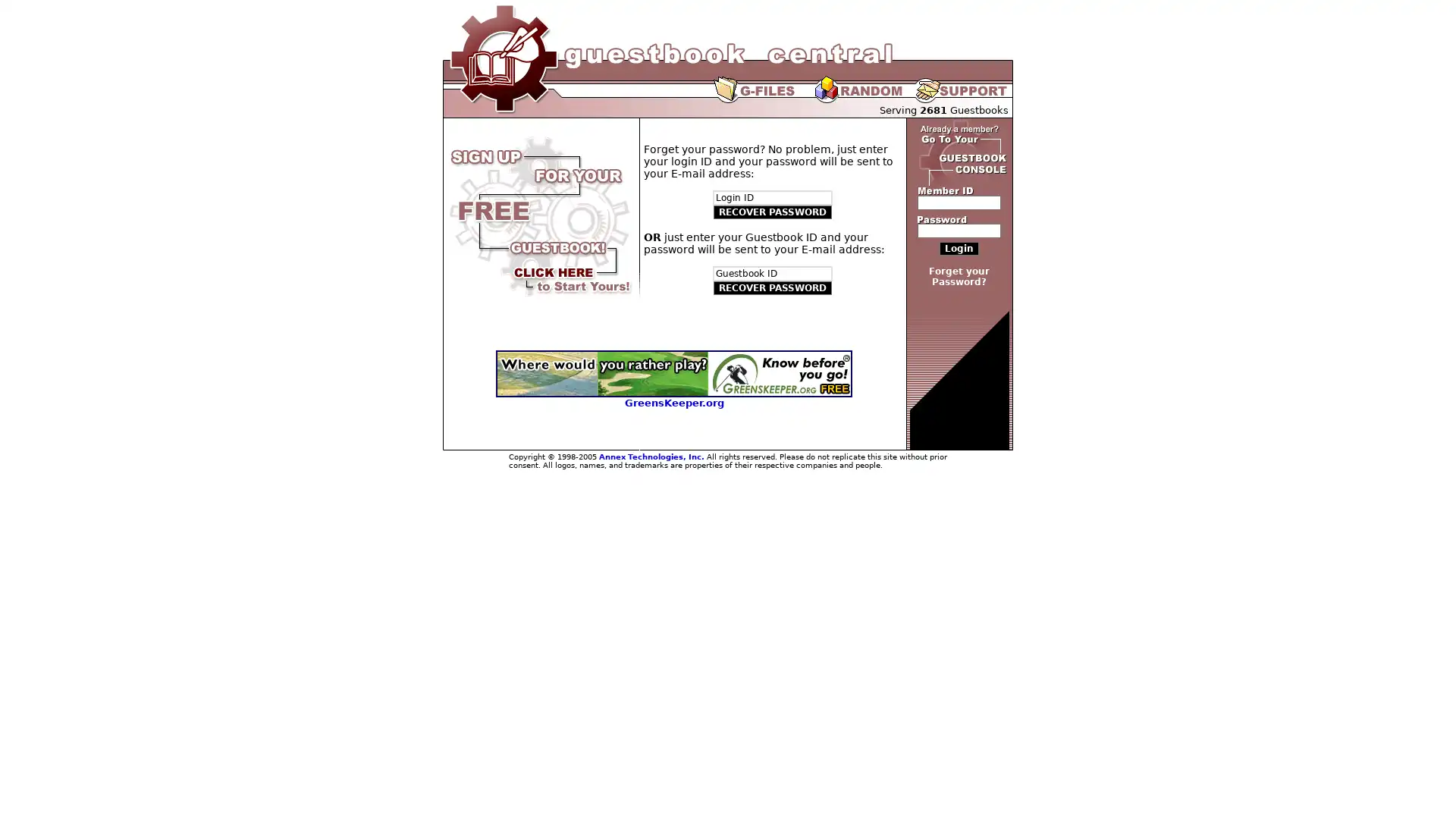 Image resolution: width=1456 pixels, height=819 pixels. Describe the element at coordinates (959, 247) in the screenshot. I see `Login` at that location.